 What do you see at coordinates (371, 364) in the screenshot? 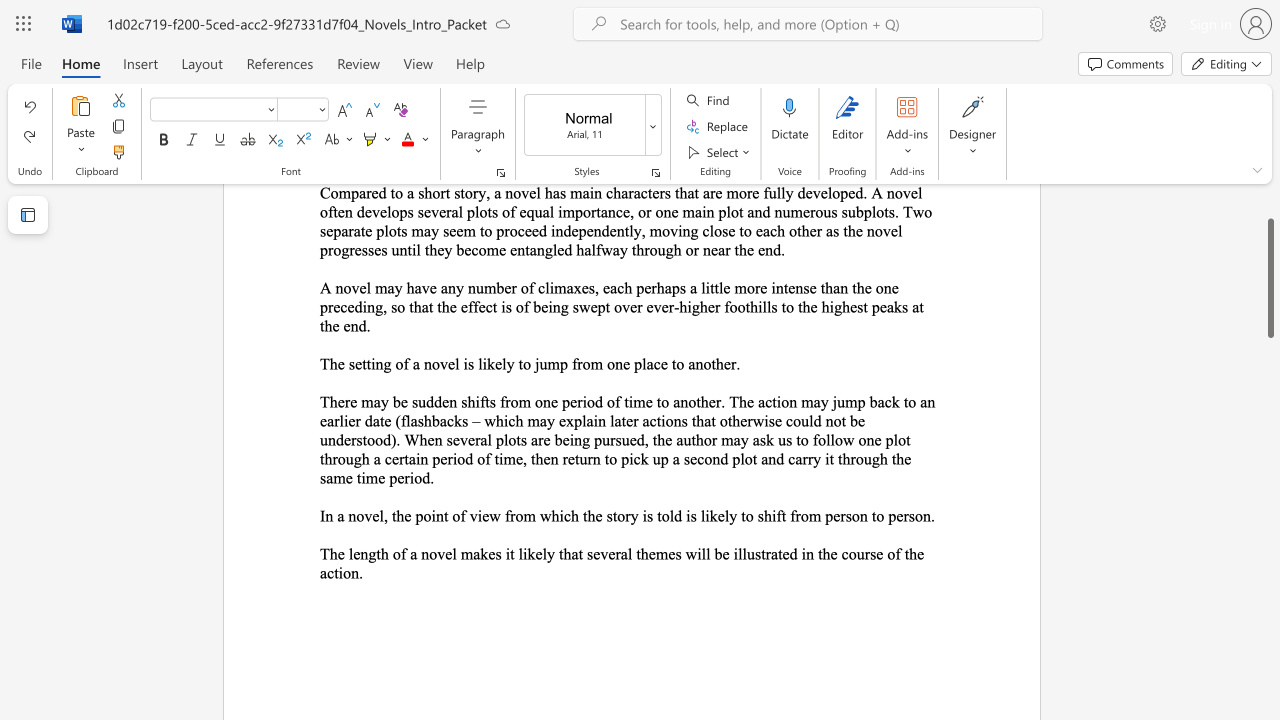
I see `the subset text "ing of a novel is likely to jump from one" within the text "The setting of a novel is likely to jump from one place to another."` at bounding box center [371, 364].